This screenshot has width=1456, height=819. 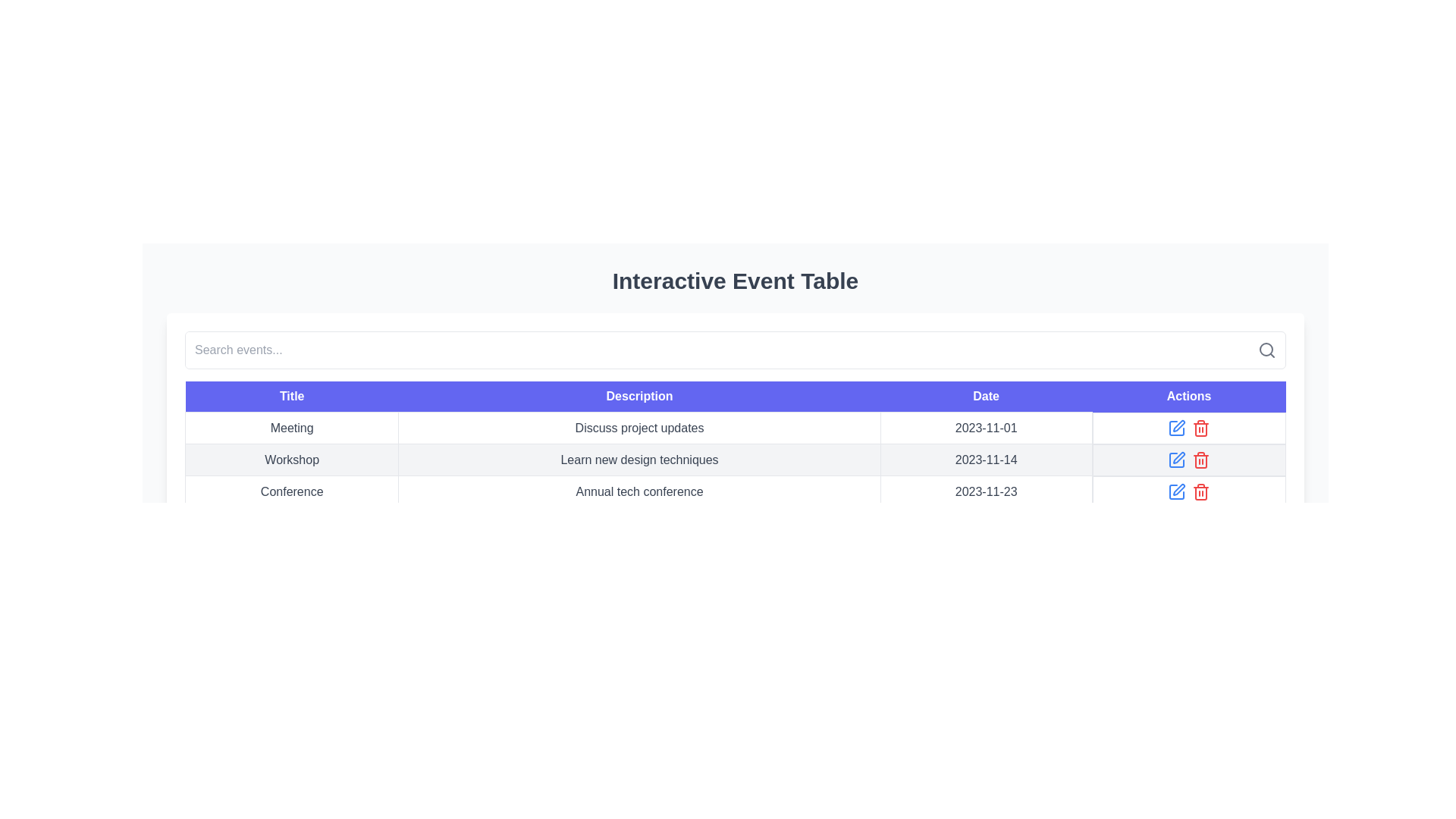 What do you see at coordinates (1176, 459) in the screenshot?
I see `the edit icon button located in the second row of the 'Actions' column in the interactive table` at bounding box center [1176, 459].